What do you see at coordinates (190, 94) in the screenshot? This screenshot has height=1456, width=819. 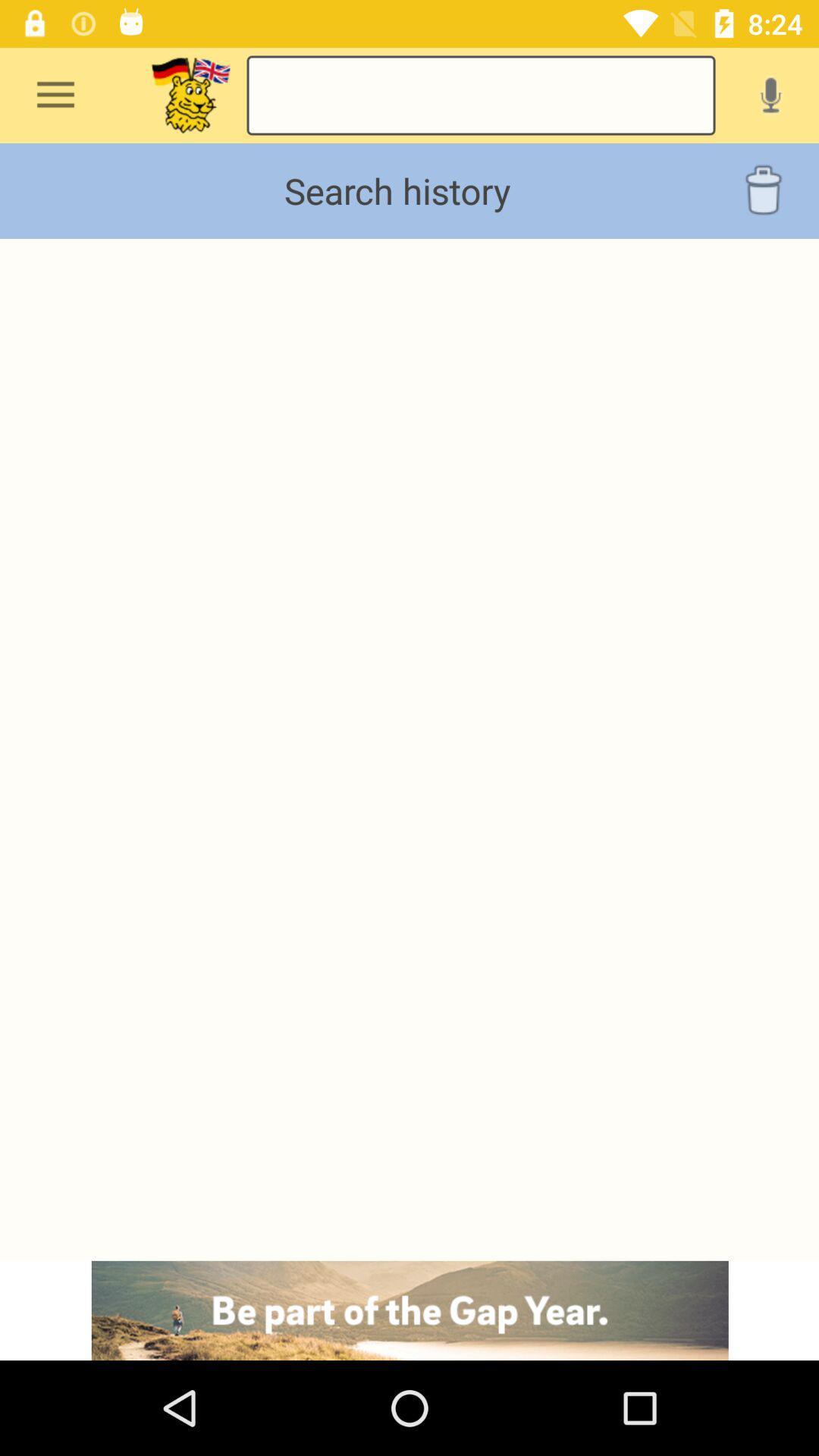 I see `this icon` at bounding box center [190, 94].